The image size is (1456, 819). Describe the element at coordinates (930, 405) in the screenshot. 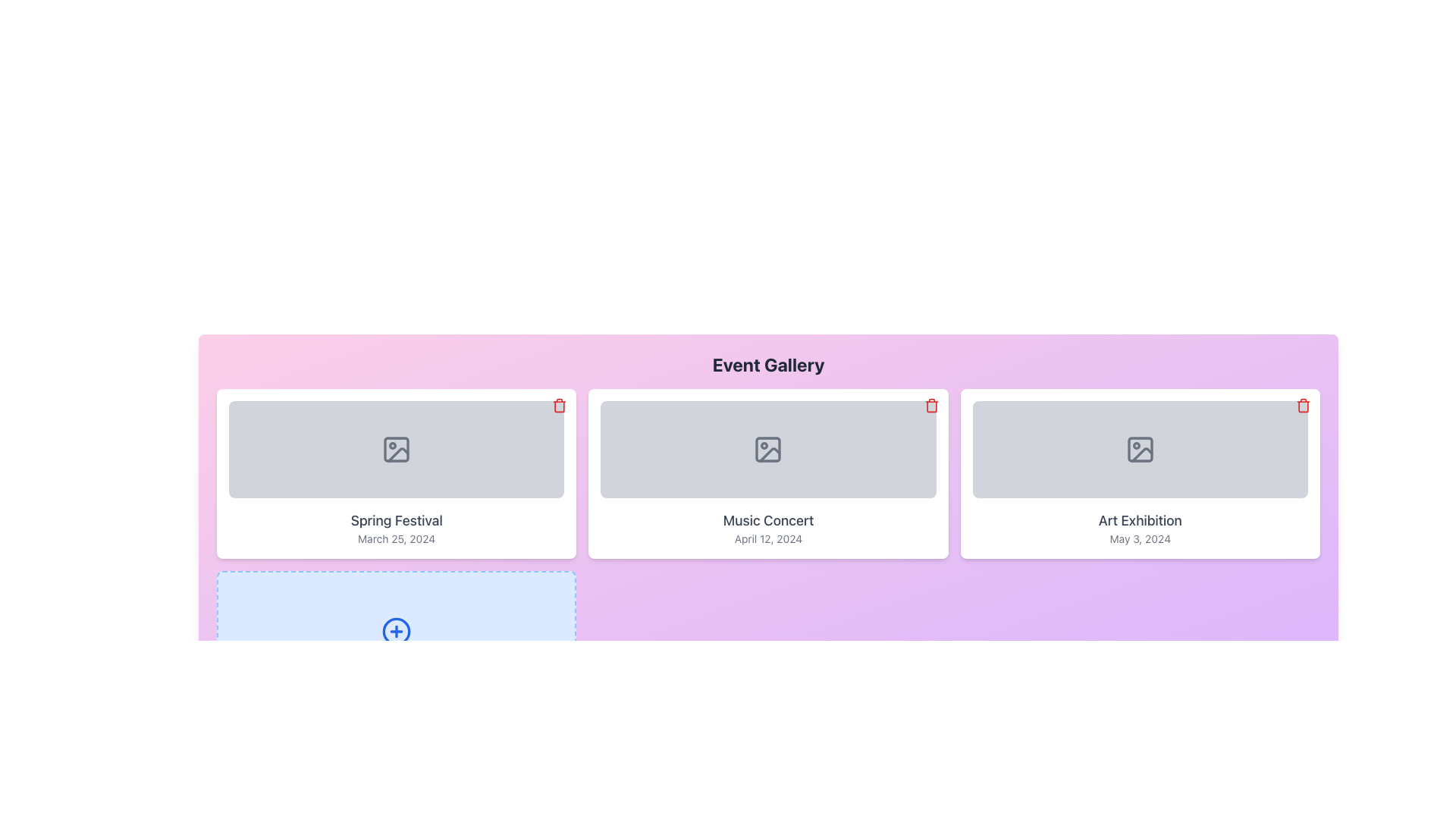

I see `the delete button located in the top-right corner of the 'Music Concert' event card` at that location.